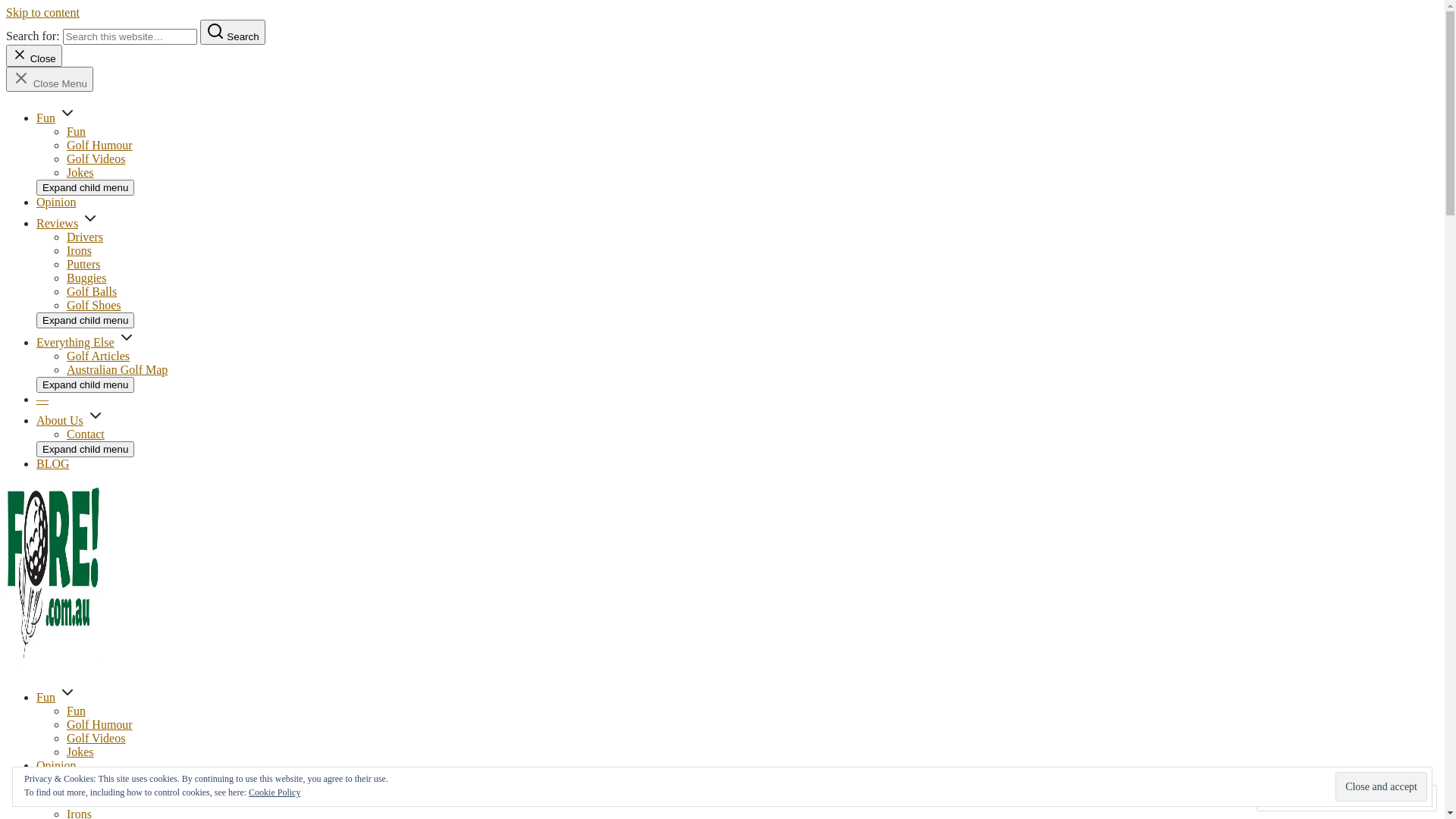  What do you see at coordinates (42, 12) in the screenshot?
I see `'Skip to content'` at bounding box center [42, 12].